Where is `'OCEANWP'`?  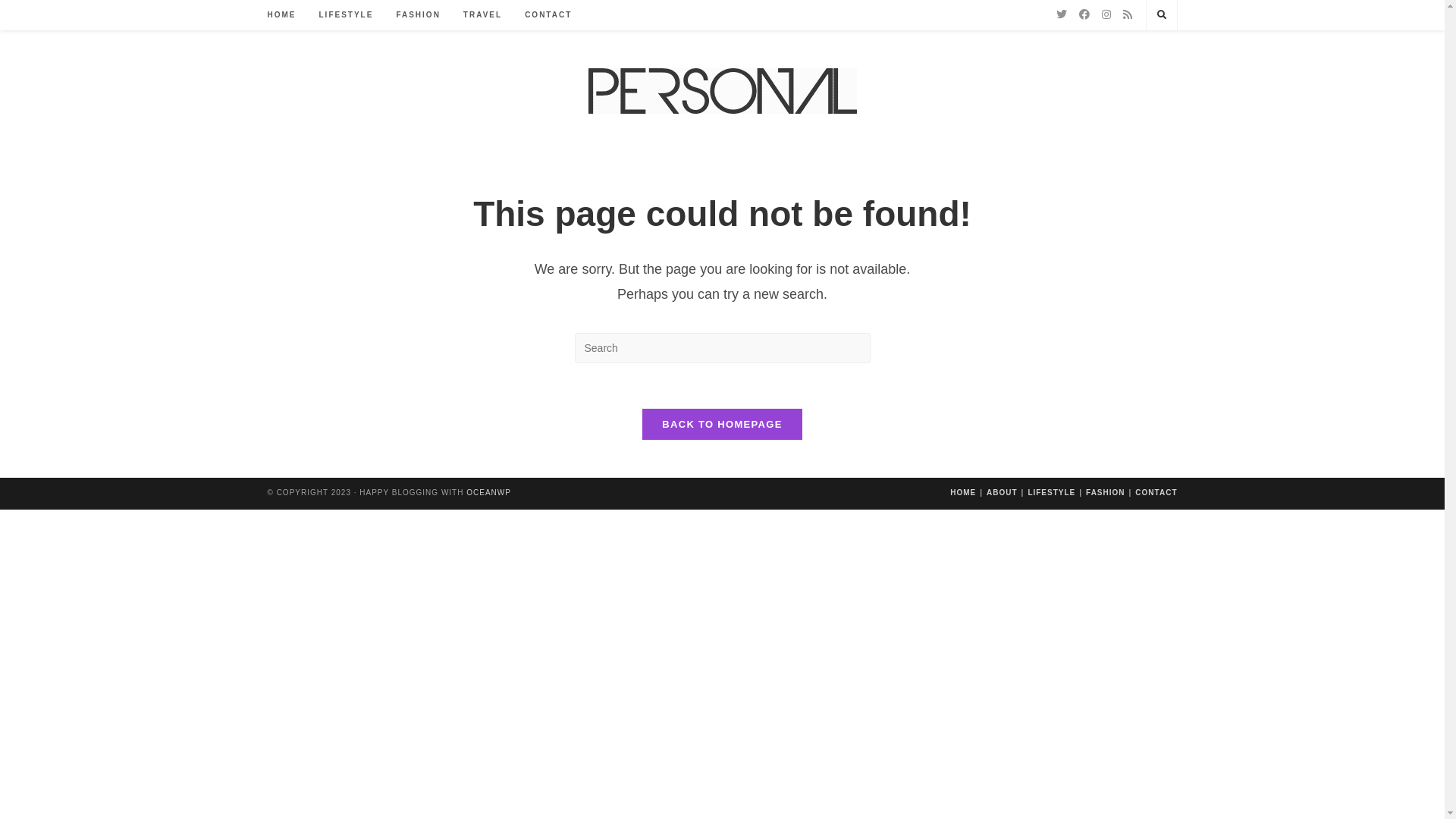 'OCEANWP' is located at coordinates (488, 492).